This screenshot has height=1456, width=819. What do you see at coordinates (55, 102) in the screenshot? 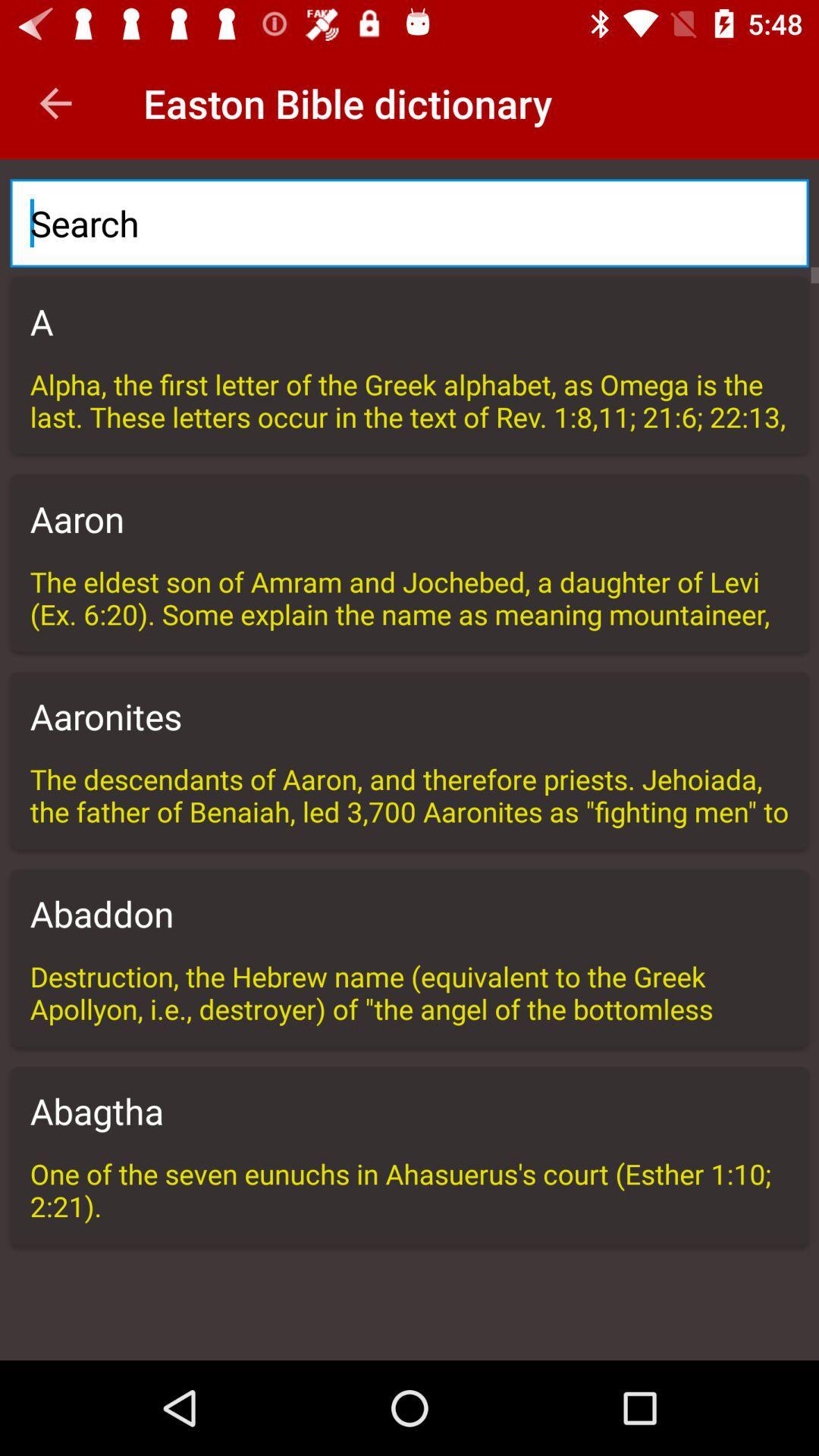
I see `icon at the top left corner` at bounding box center [55, 102].